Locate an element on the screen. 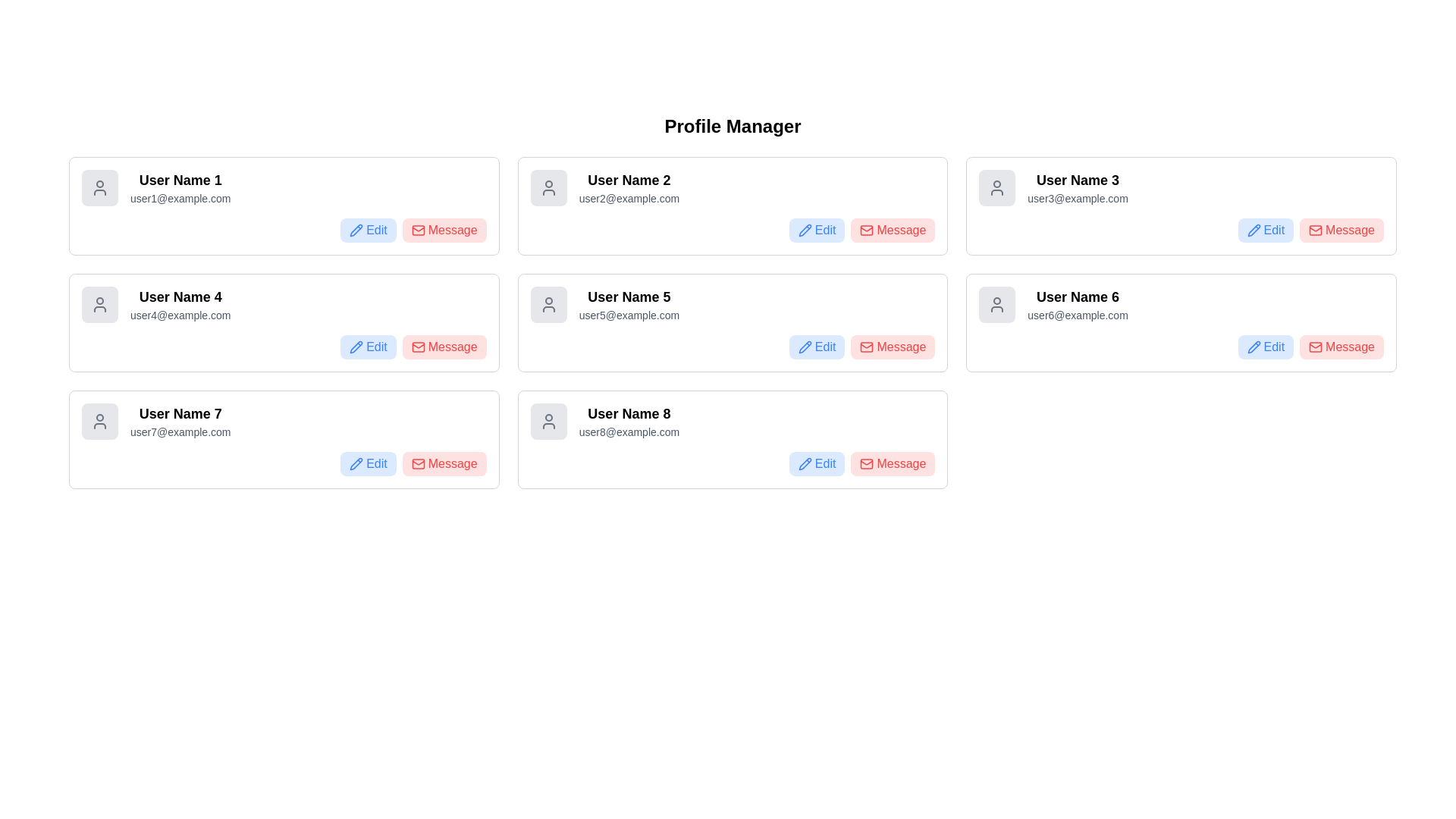 The image size is (1456, 819). the 'Edit' button associated with the editing icon for 'User Name 8' to initiate editing is located at coordinates (804, 463).